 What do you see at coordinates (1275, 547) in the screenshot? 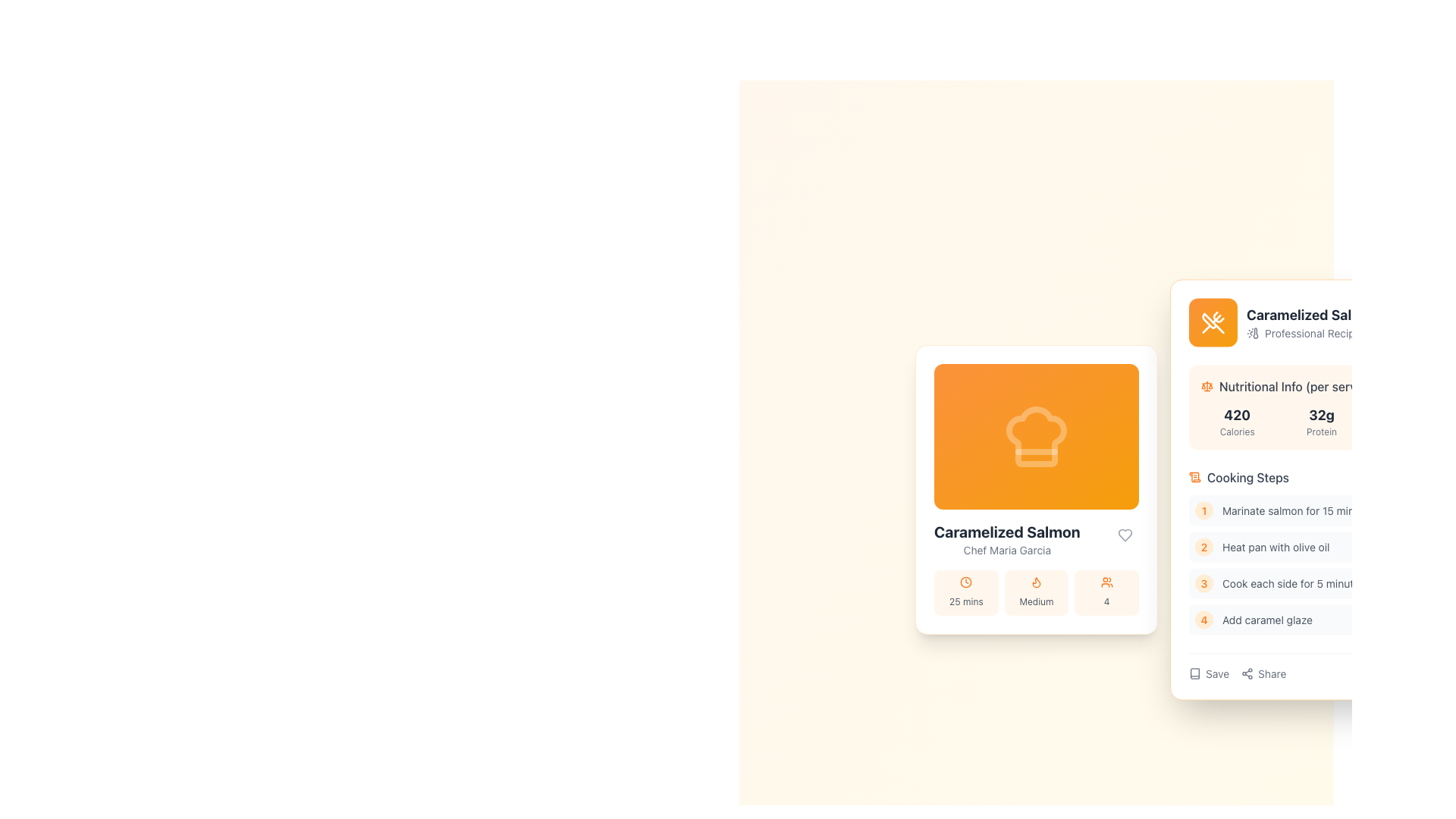
I see `the Text label that provides guidance for the second step in the cooking process, located within the 'Cooking Steps' section of the recipe interface` at bounding box center [1275, 547].